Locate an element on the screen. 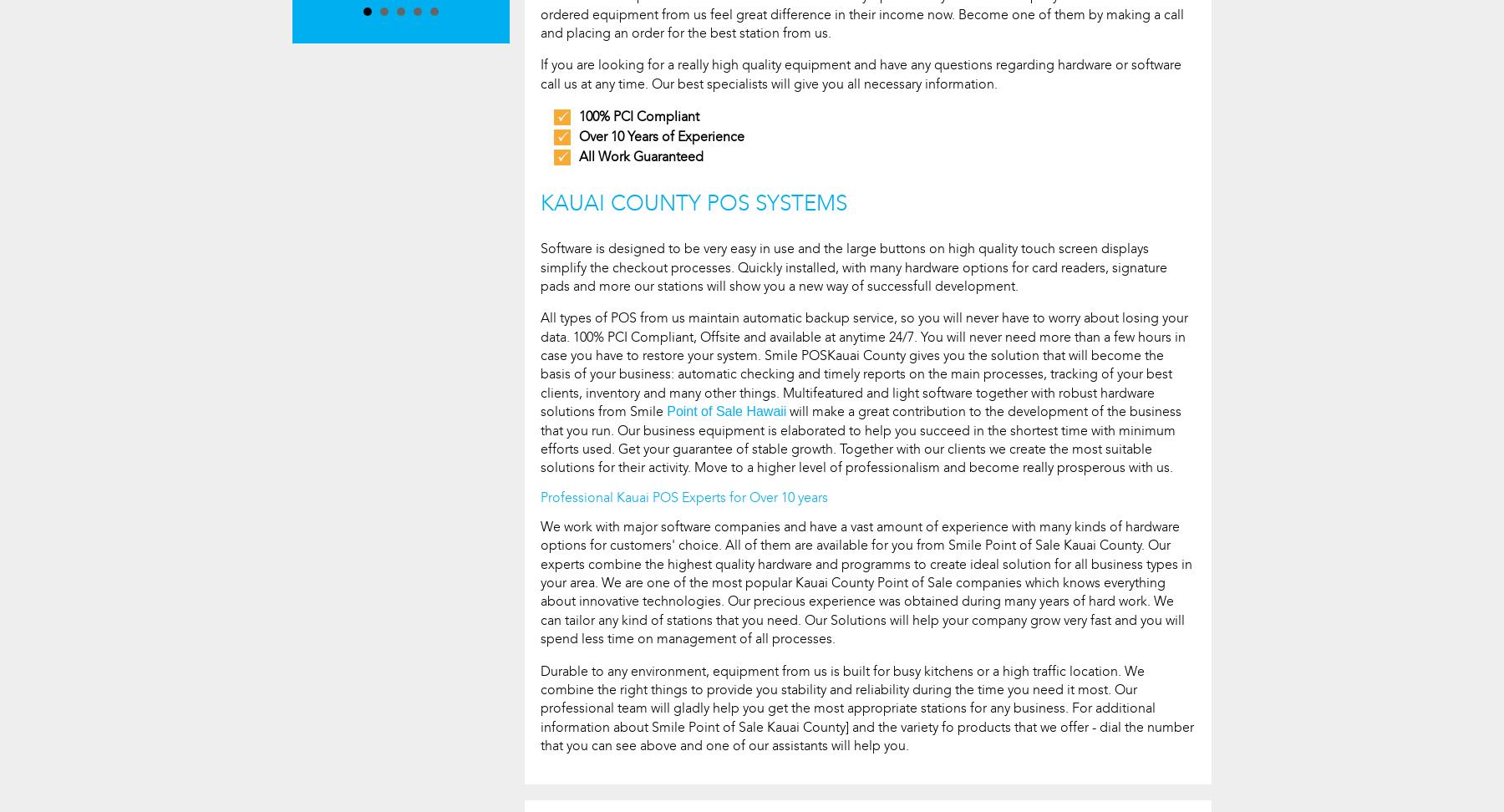  '100% PCI Compliant' is located at coordinates (638, 116).